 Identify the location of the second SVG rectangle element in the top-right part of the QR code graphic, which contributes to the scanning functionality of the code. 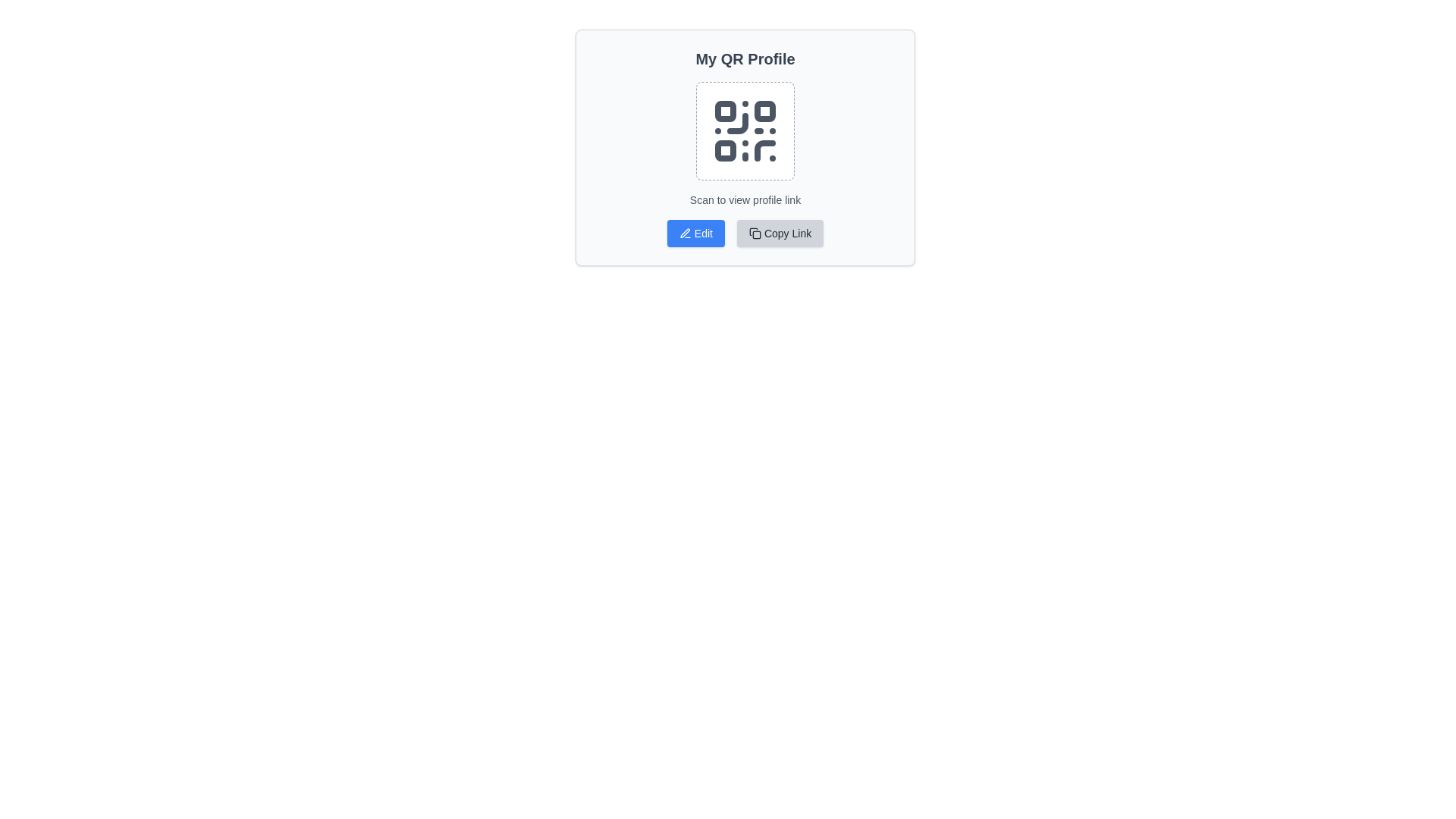
(764, 110).